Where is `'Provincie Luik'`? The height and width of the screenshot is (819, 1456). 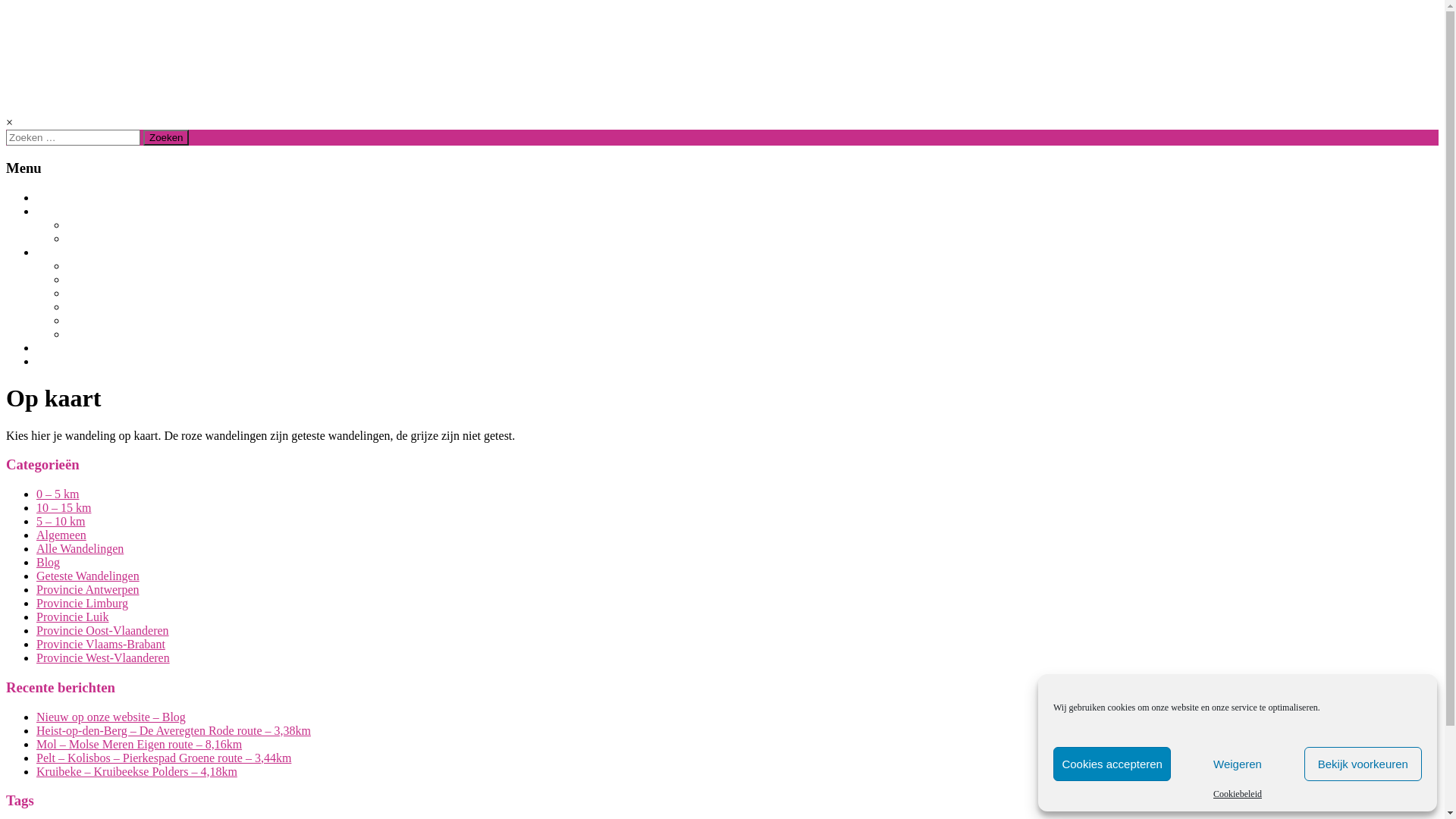
'Provincie Luik' is located at coordinates (72, 617).